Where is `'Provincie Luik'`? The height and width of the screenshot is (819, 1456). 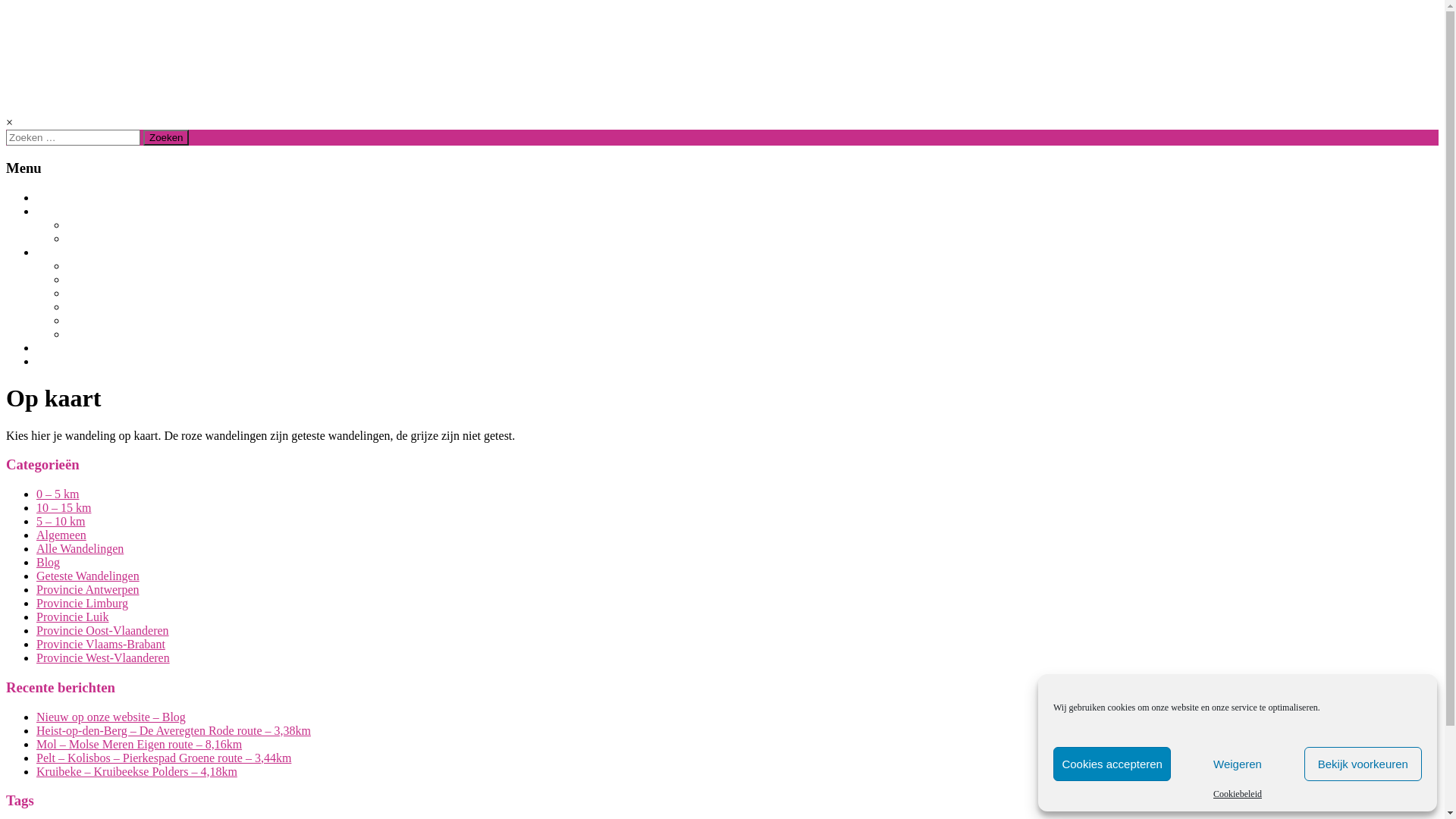
'Provincie Luik' is located at coordinates (72, 617).